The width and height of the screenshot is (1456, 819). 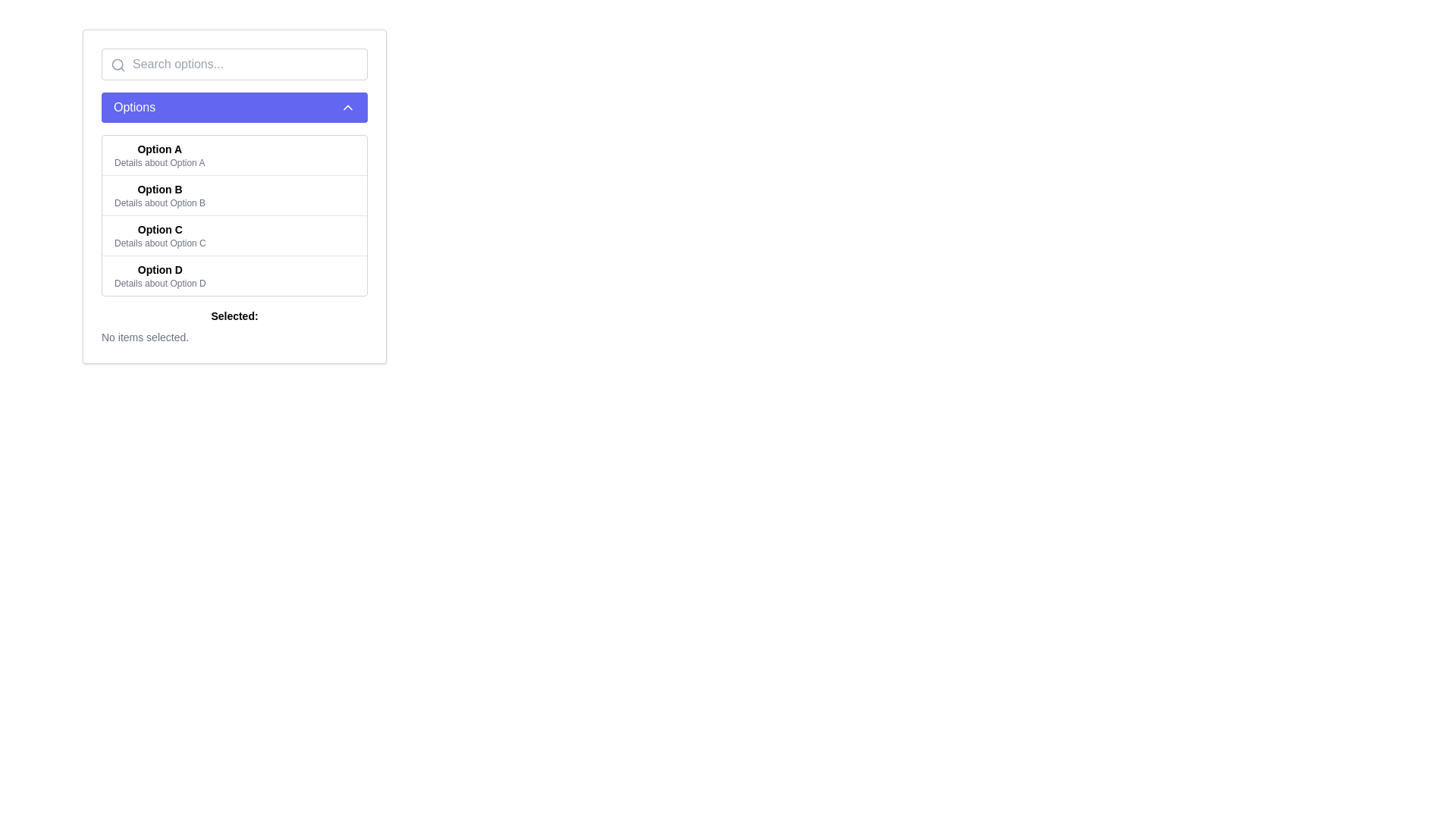 What do you see at coordinates (160, 230) in the screenshot?
I see `the static text label that serves as a visual identifier for the third option in the dropdown menu, located between 'Option B' and 'Option D'` at bounding box center [160, 230].